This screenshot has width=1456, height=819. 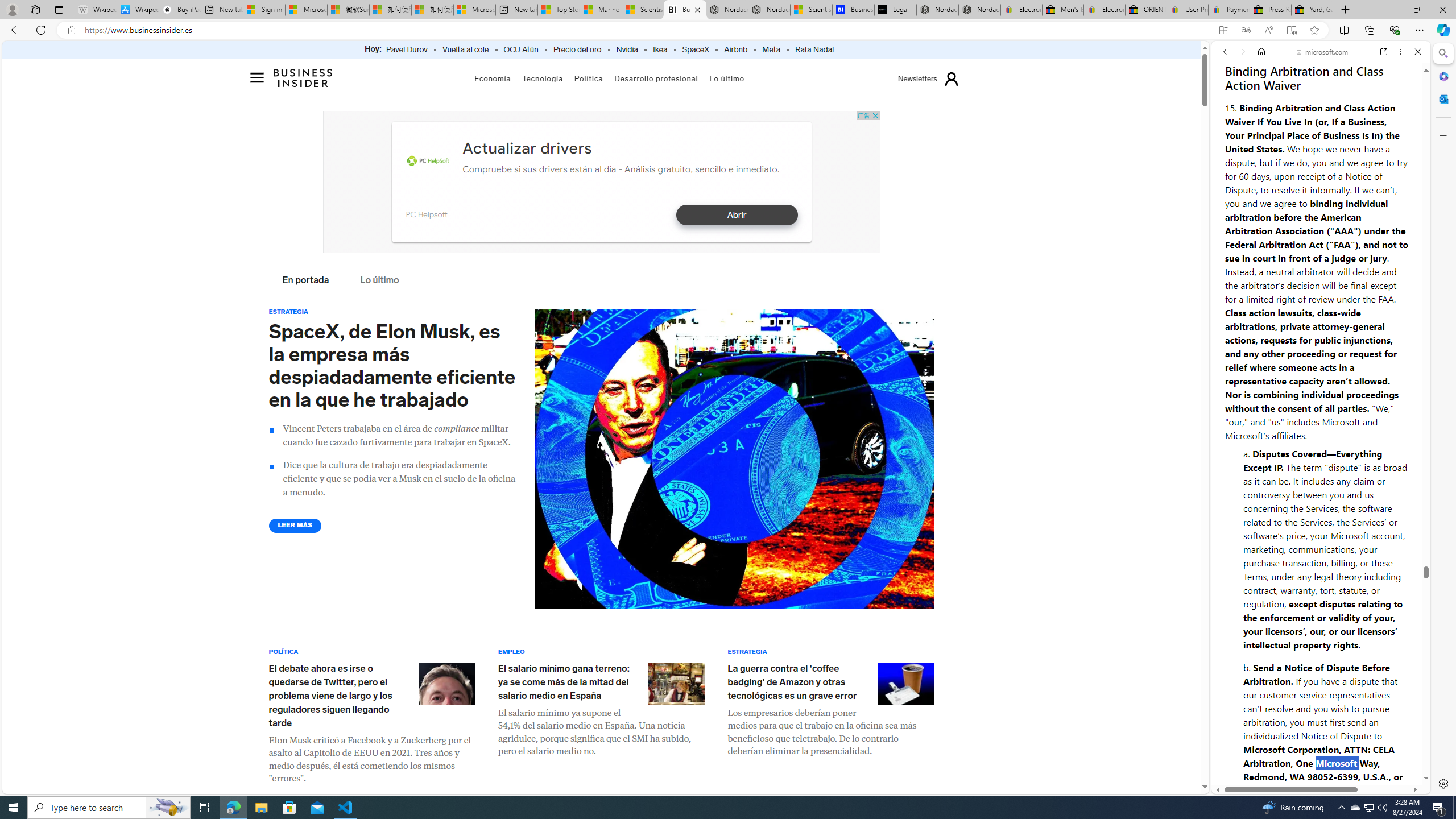 What do you see at coordinates (735, 49) in the screenshot?
I see `'Airbnb'` at bounding box center [735, 49].